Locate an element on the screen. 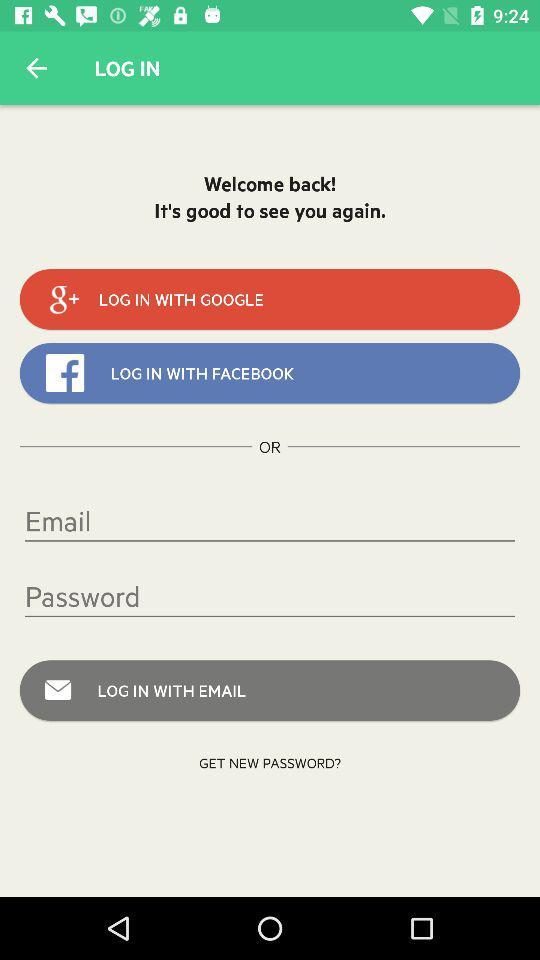 This screenshot has height=960, width=540. the icon to the left of the log in item is located at coordinates (36, 68).